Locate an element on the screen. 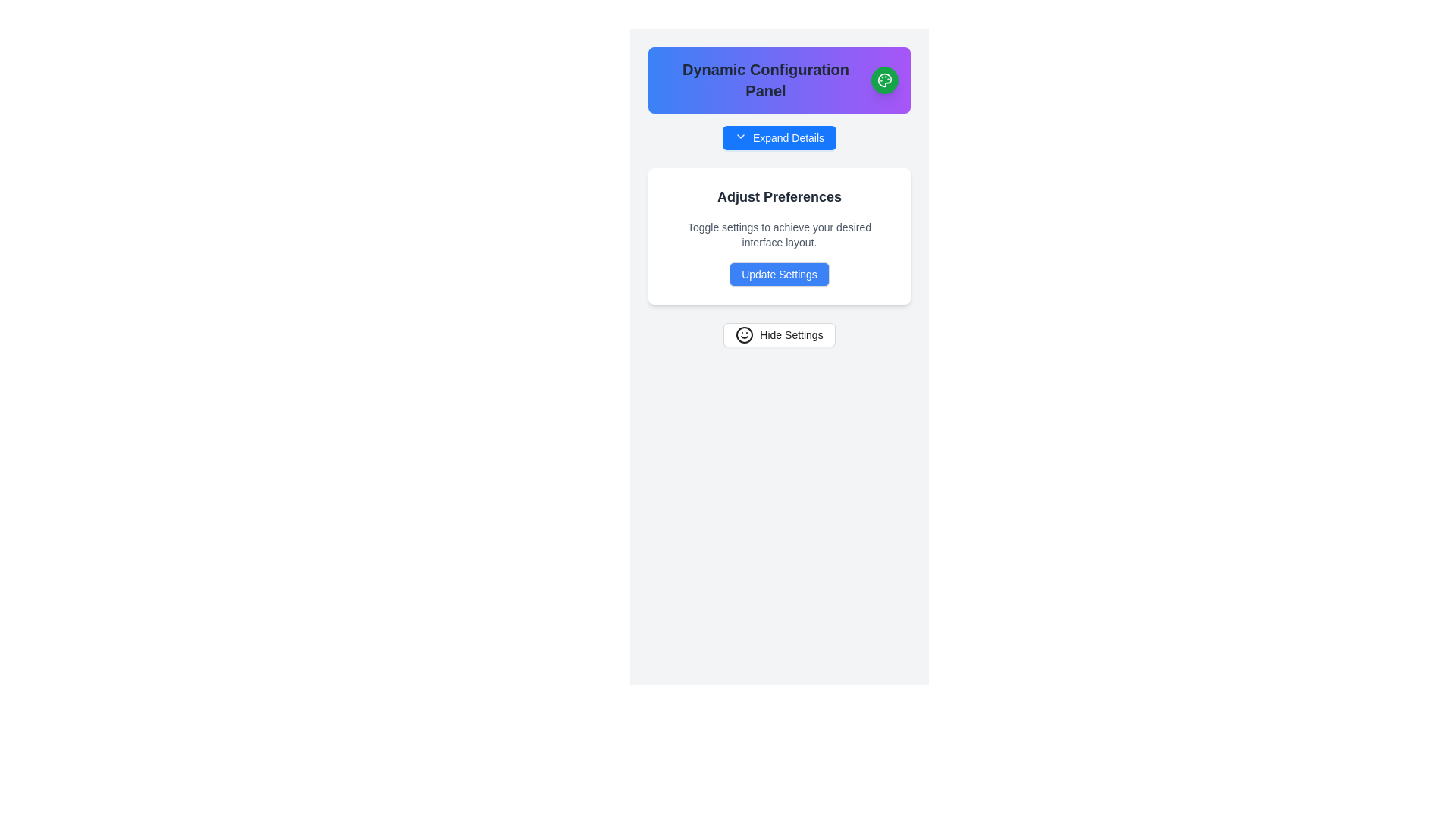 Image resolution: width=1456 pixels, height=819 pixels. the circular green button with a white artist palette icon located at the top-right corner of the 'Dynamic Configuration Panel' is located at coordinates (884, 80).